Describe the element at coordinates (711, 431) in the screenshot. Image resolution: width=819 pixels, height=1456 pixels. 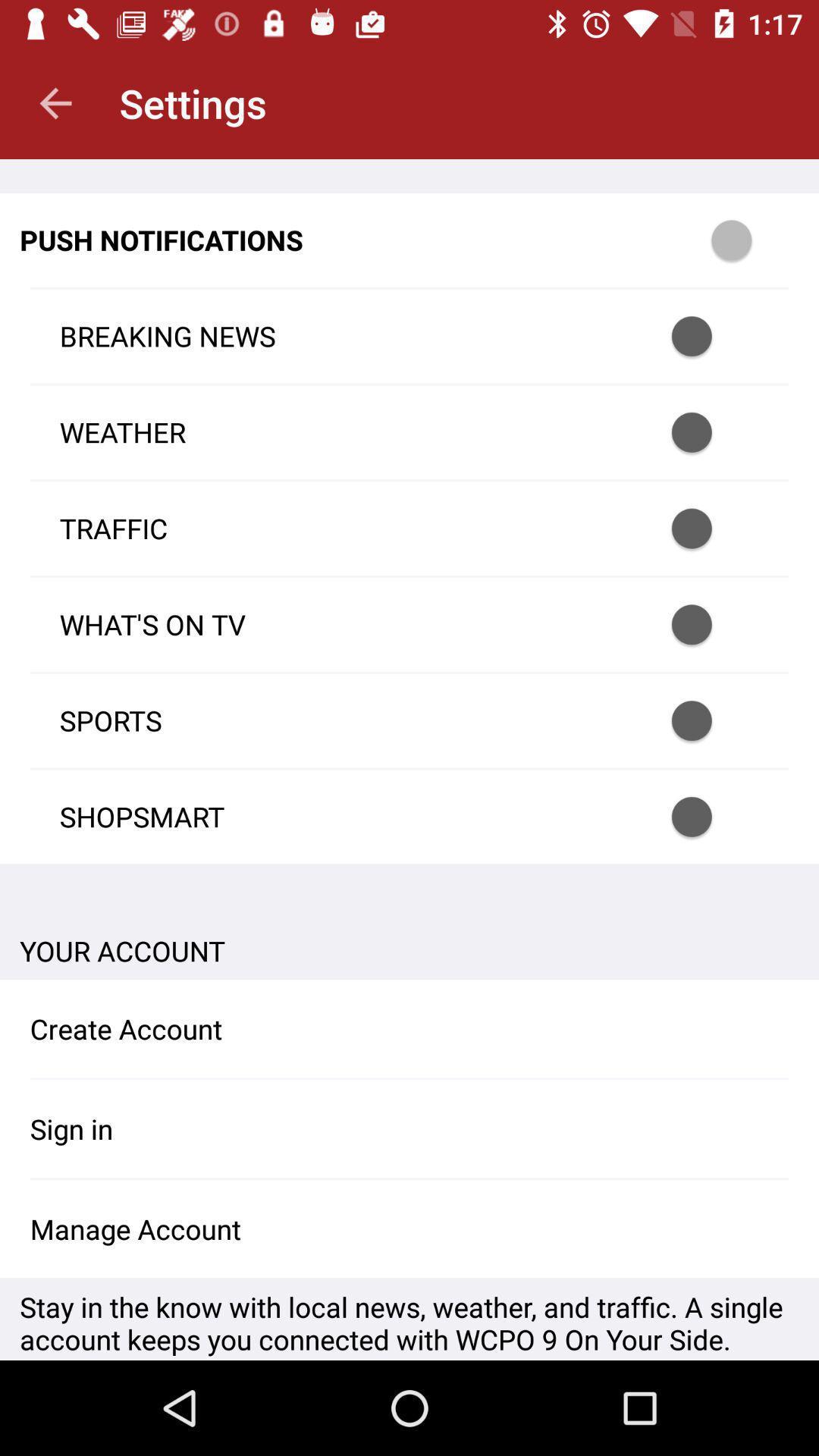
I see `notification option for weather` at that location.